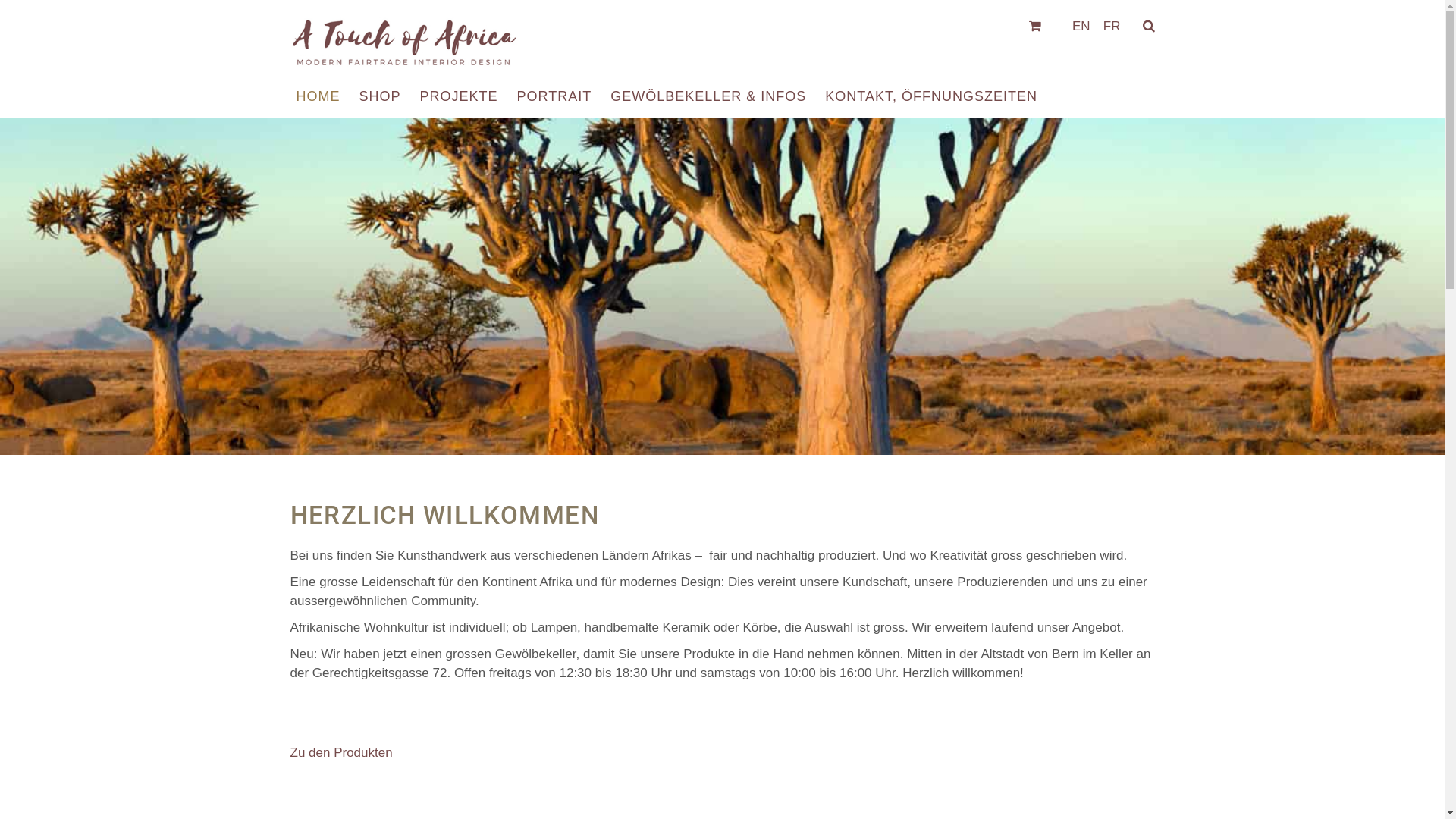 This screenshot has height=819, width=1456. I want to click on 'EN', so click(1078, 26).